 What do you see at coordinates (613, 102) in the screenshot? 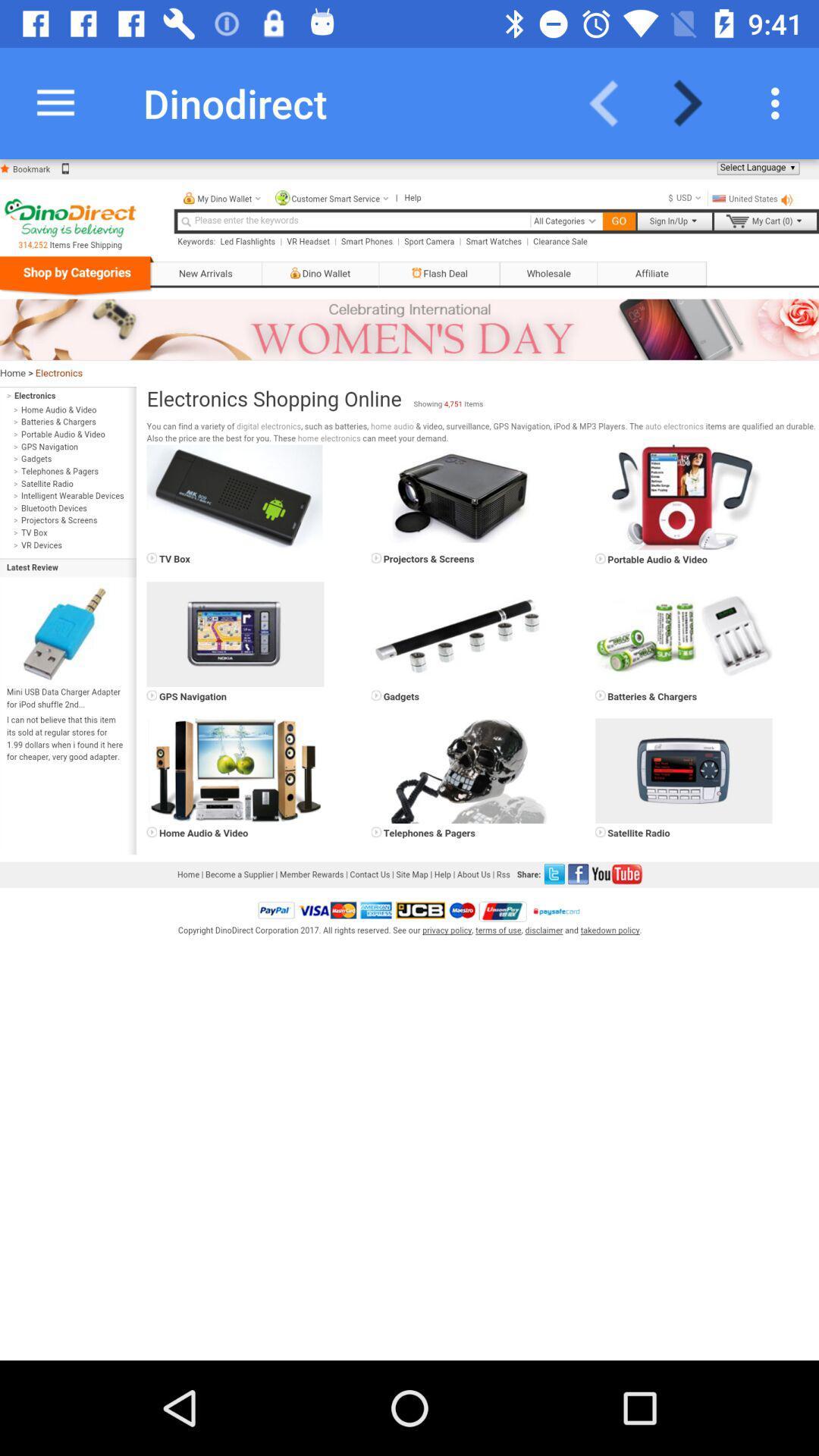
I see `backword` at bounding box center [613, 102].